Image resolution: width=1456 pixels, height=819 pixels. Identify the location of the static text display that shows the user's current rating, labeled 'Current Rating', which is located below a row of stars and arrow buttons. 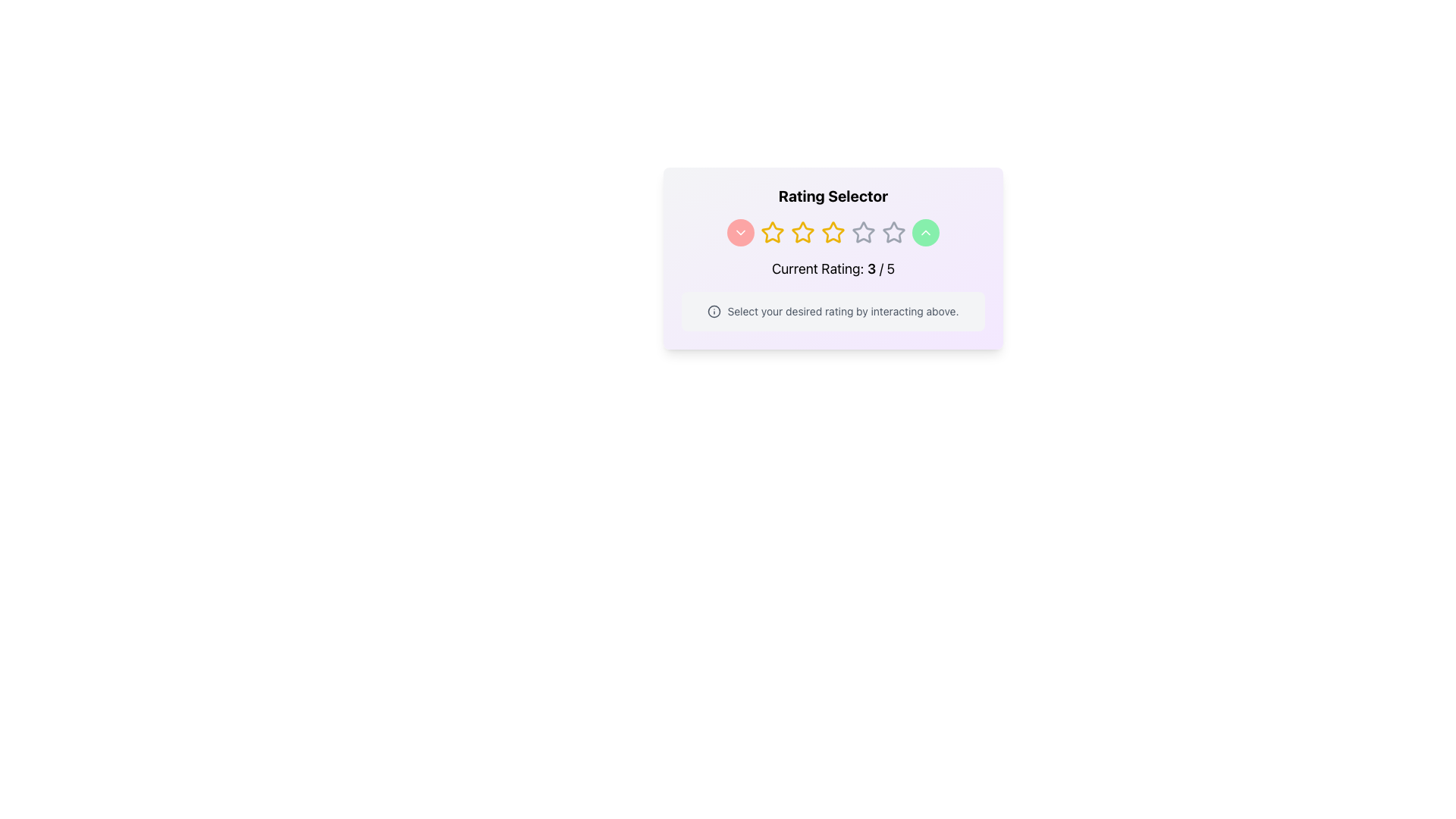
(833, 268).